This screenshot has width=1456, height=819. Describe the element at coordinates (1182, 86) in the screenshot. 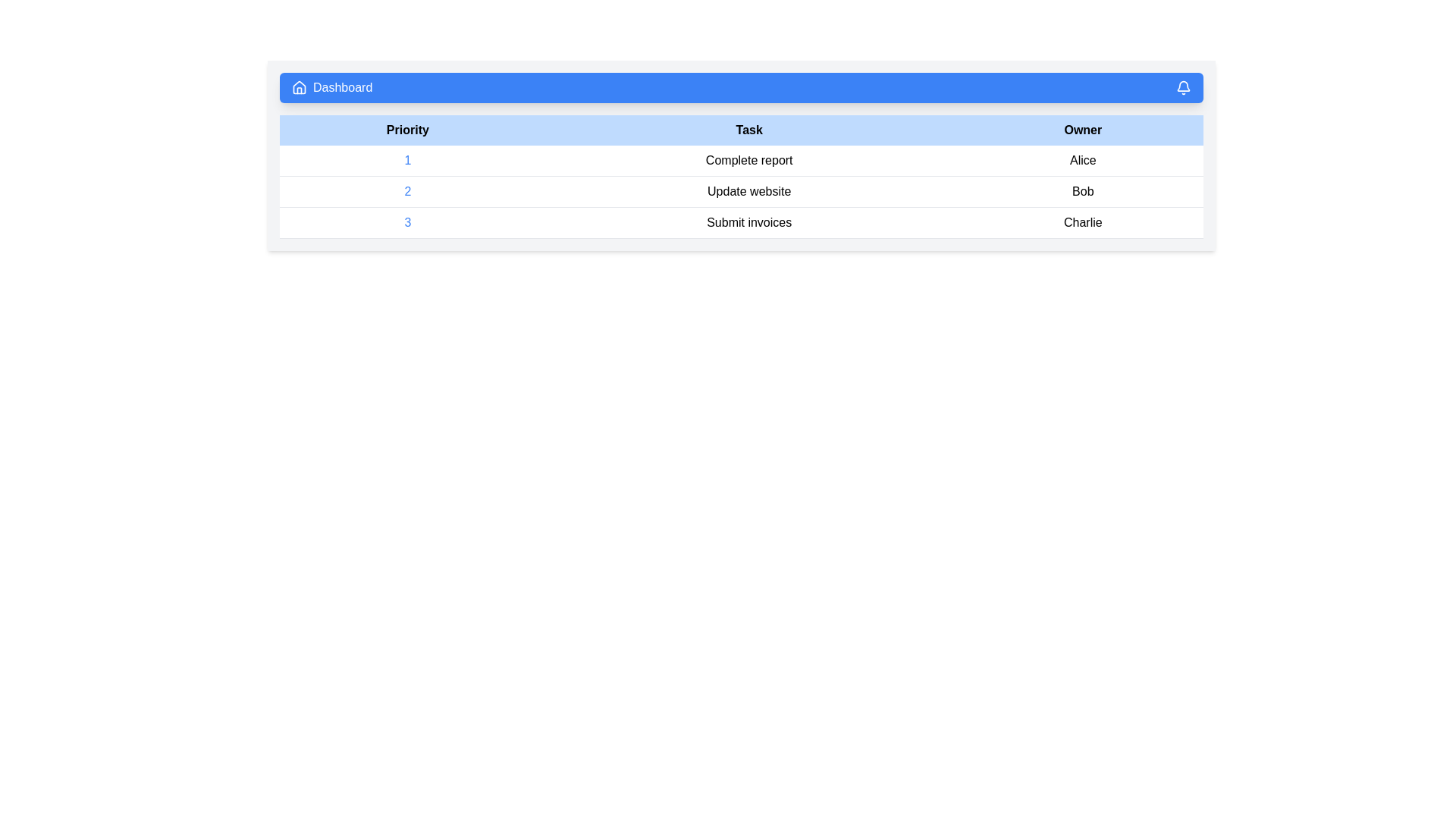

I see `the notification icon located in the top-right corner of the application interface within the blue navigation bar` at that location.